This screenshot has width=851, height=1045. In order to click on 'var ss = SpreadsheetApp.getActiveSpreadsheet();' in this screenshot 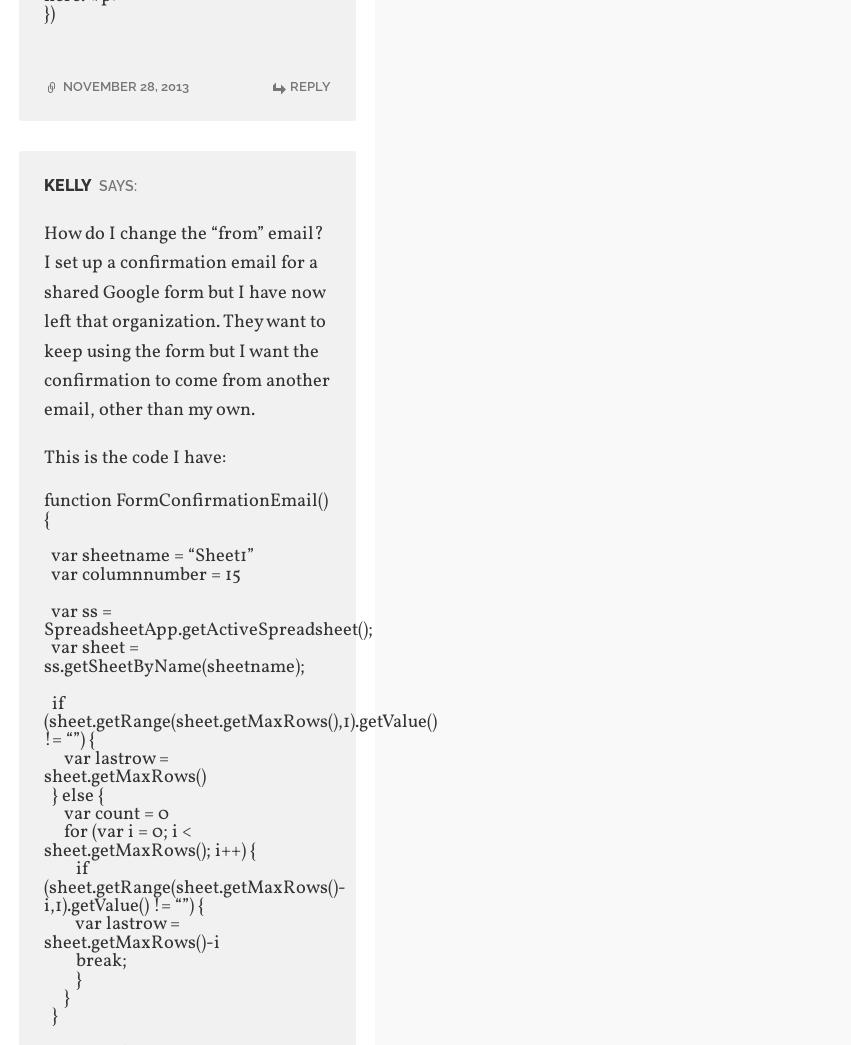, I will do `click(209, 618)`.